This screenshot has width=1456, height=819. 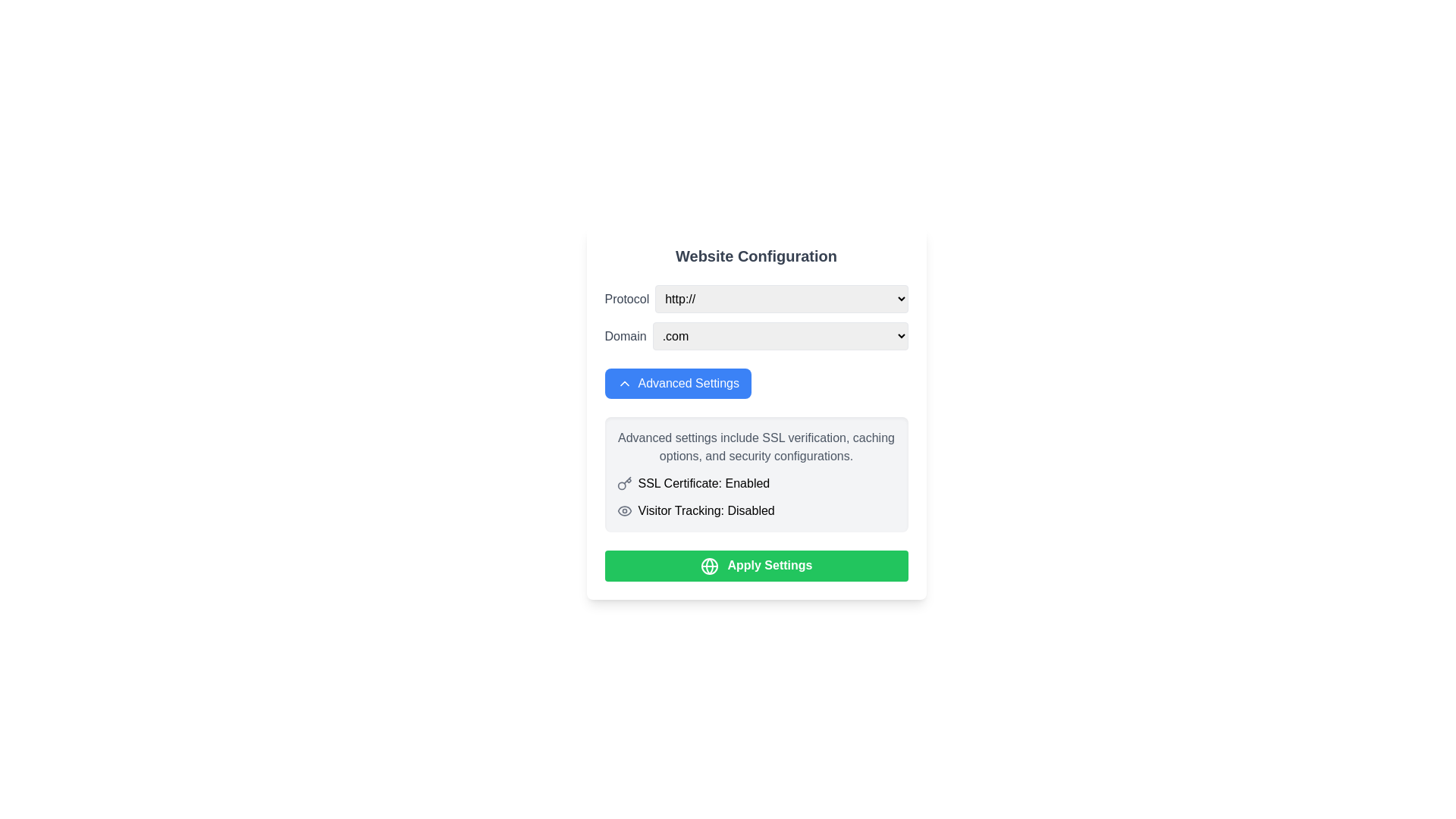 What do you see at coordinates (780, 335) in the screenshot?
I see `the dropdown menu with rounded borders containing options like '.com', '.net', and '.org'` at bounding box center [780, 335].